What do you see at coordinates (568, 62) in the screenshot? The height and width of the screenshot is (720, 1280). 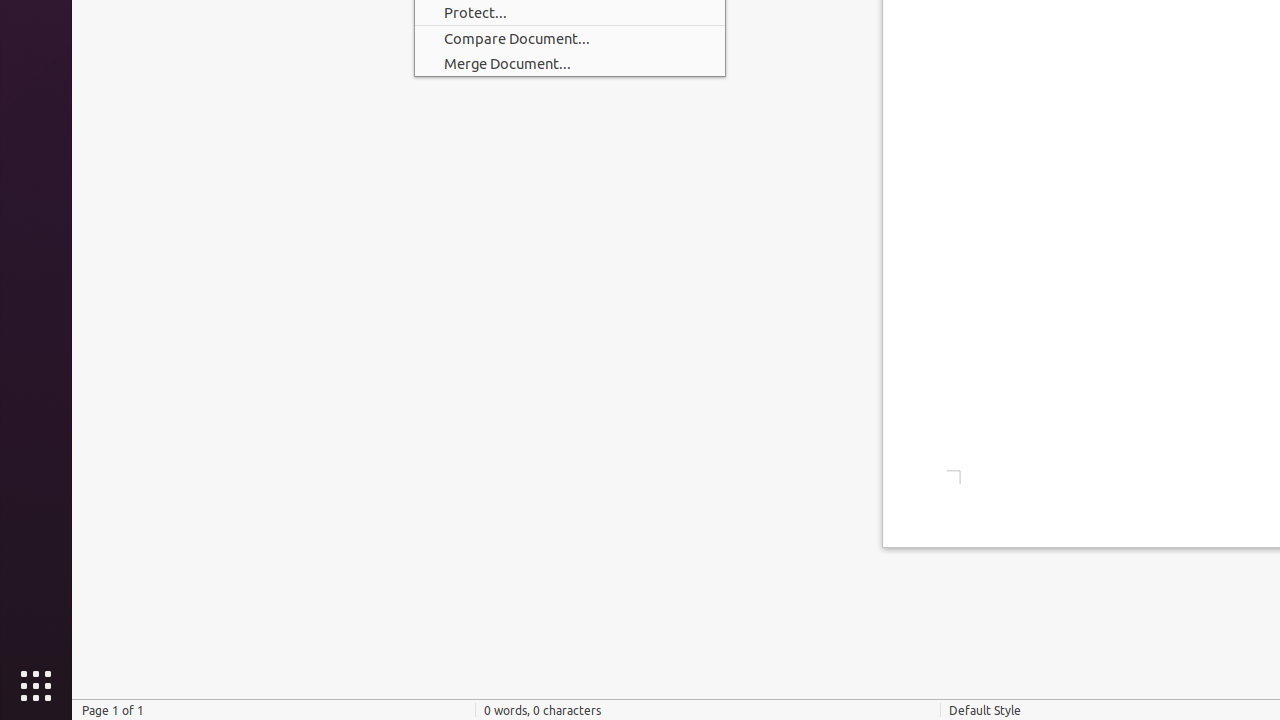 I see `'Merge Document...'` at bounding box center [568, 62].